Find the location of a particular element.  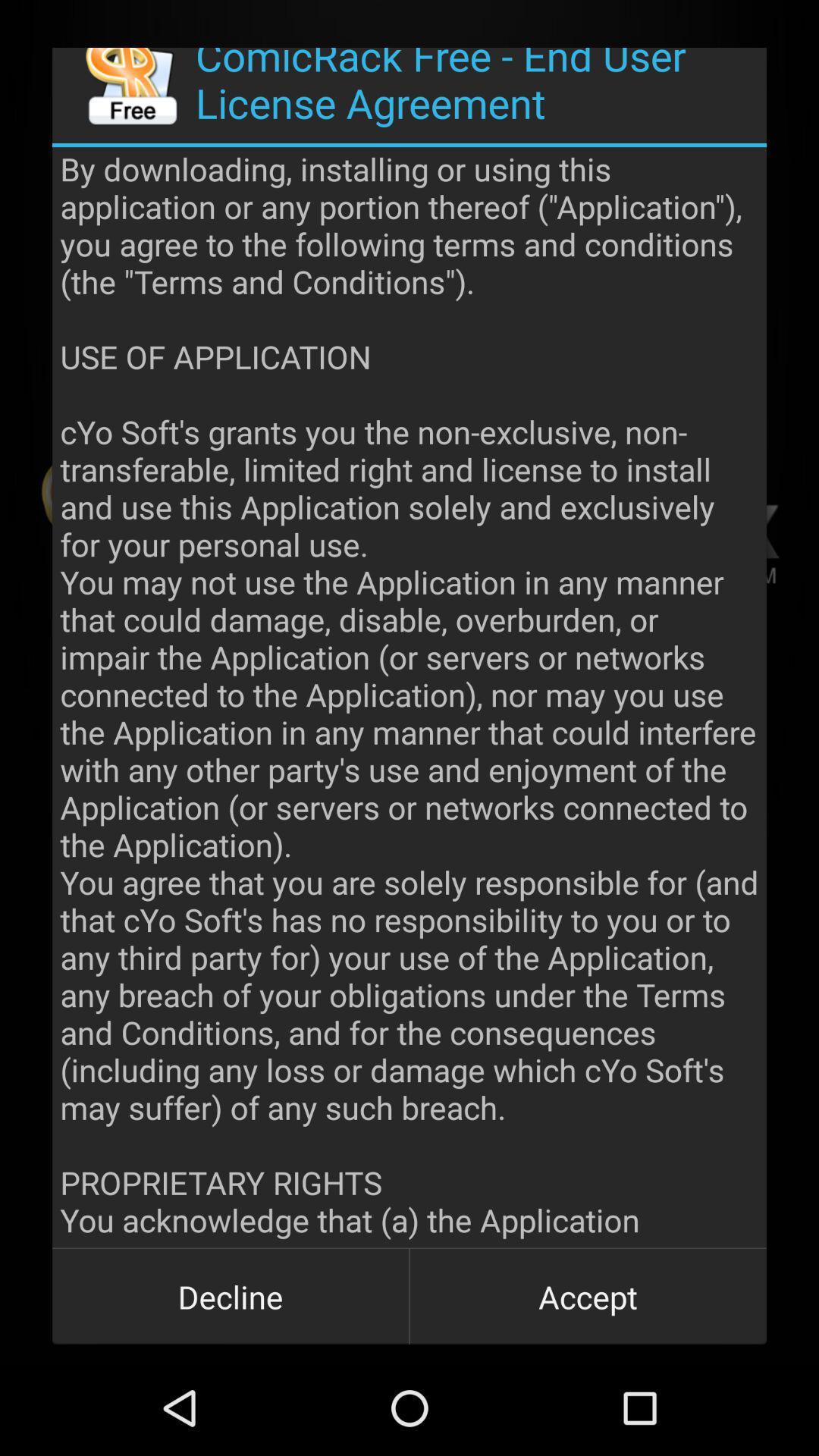

the decline button is located at coordinates (231, 1295).